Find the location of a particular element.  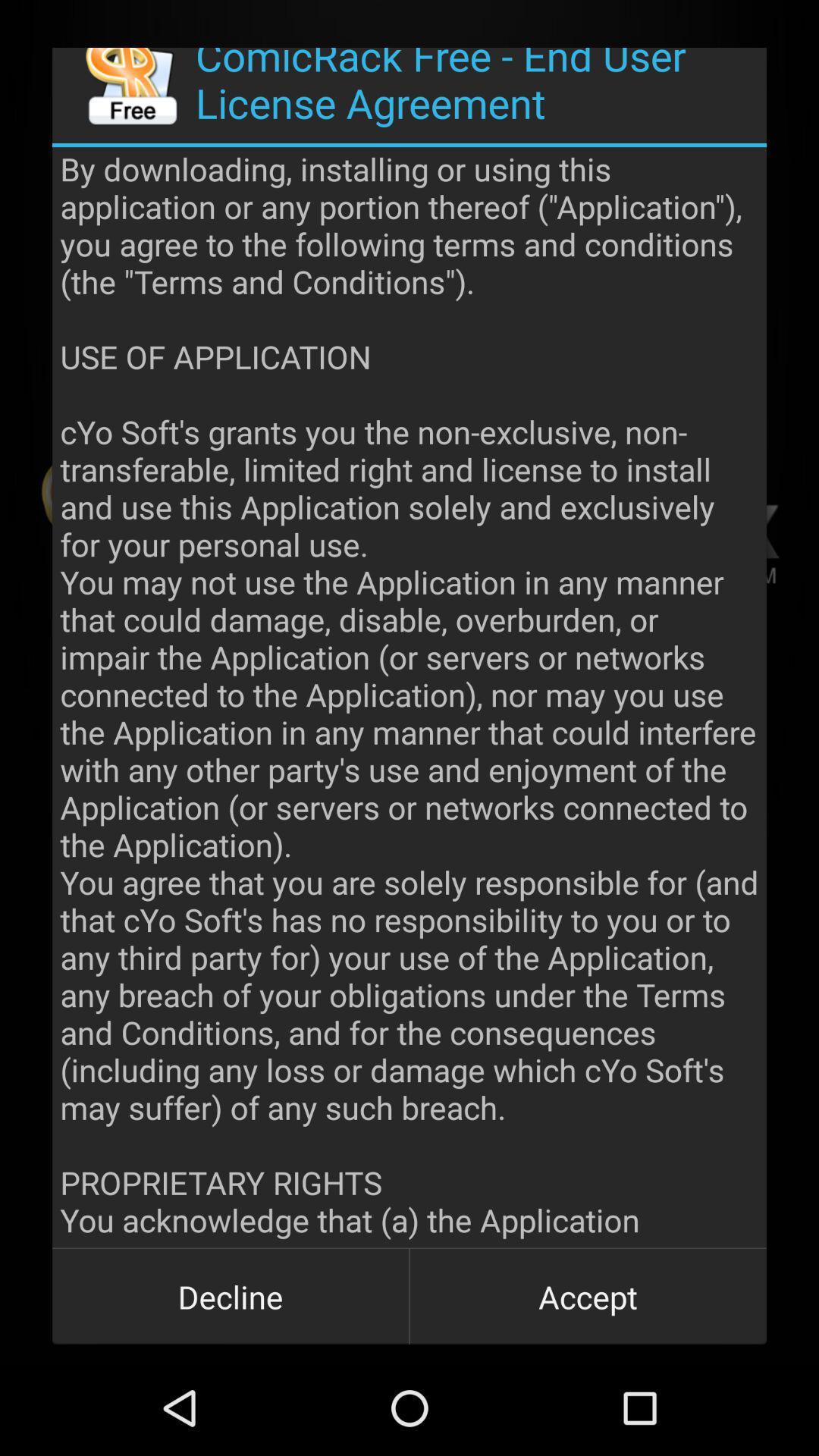

the decline button is located at coordinates (231, 1295).